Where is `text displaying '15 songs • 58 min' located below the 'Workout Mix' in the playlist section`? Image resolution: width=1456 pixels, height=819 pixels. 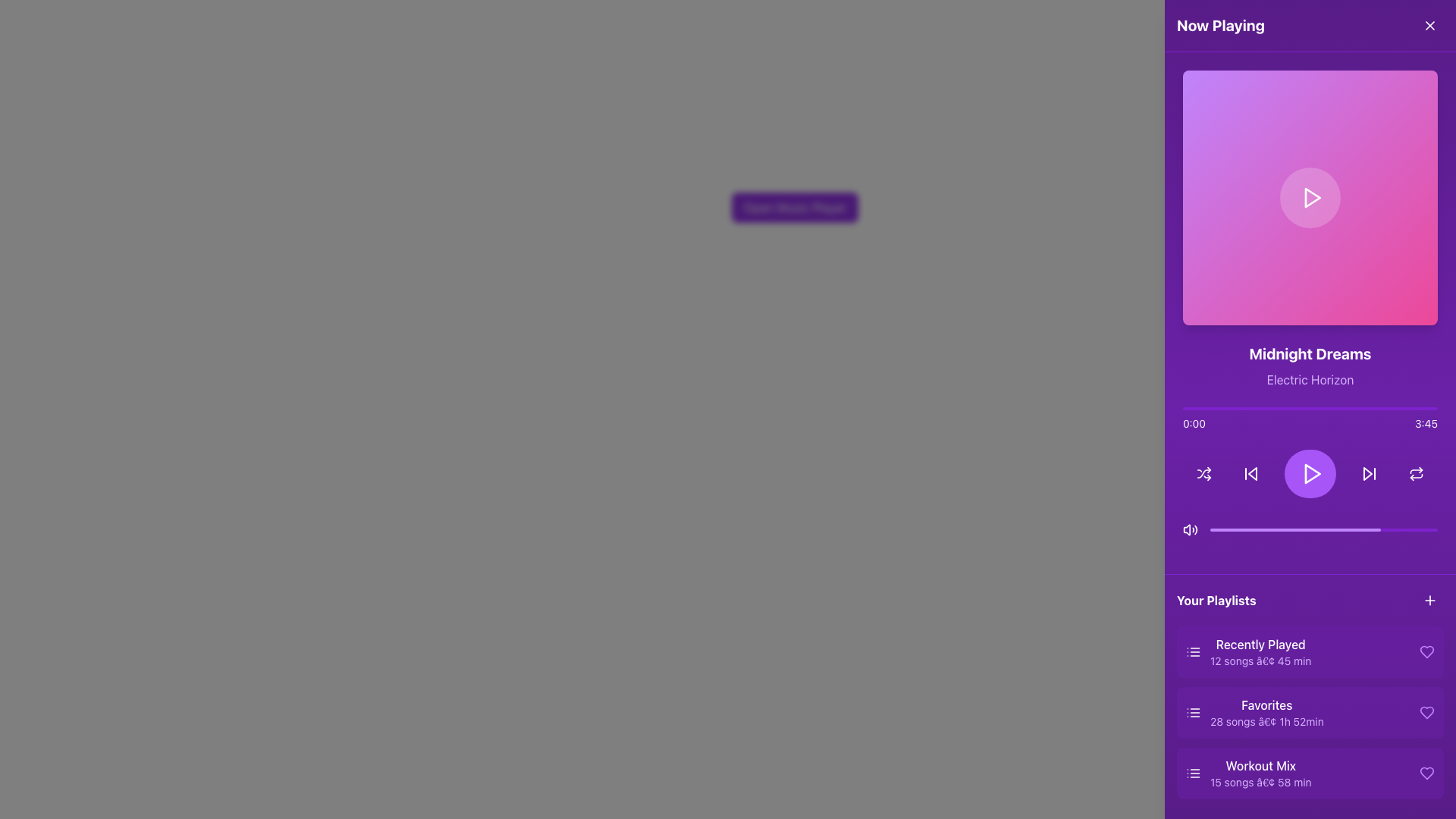 text displaying '15 songs • 58 min' located below the 'Workout Mix' in the playlist section is located at coordinates (1260, 783).